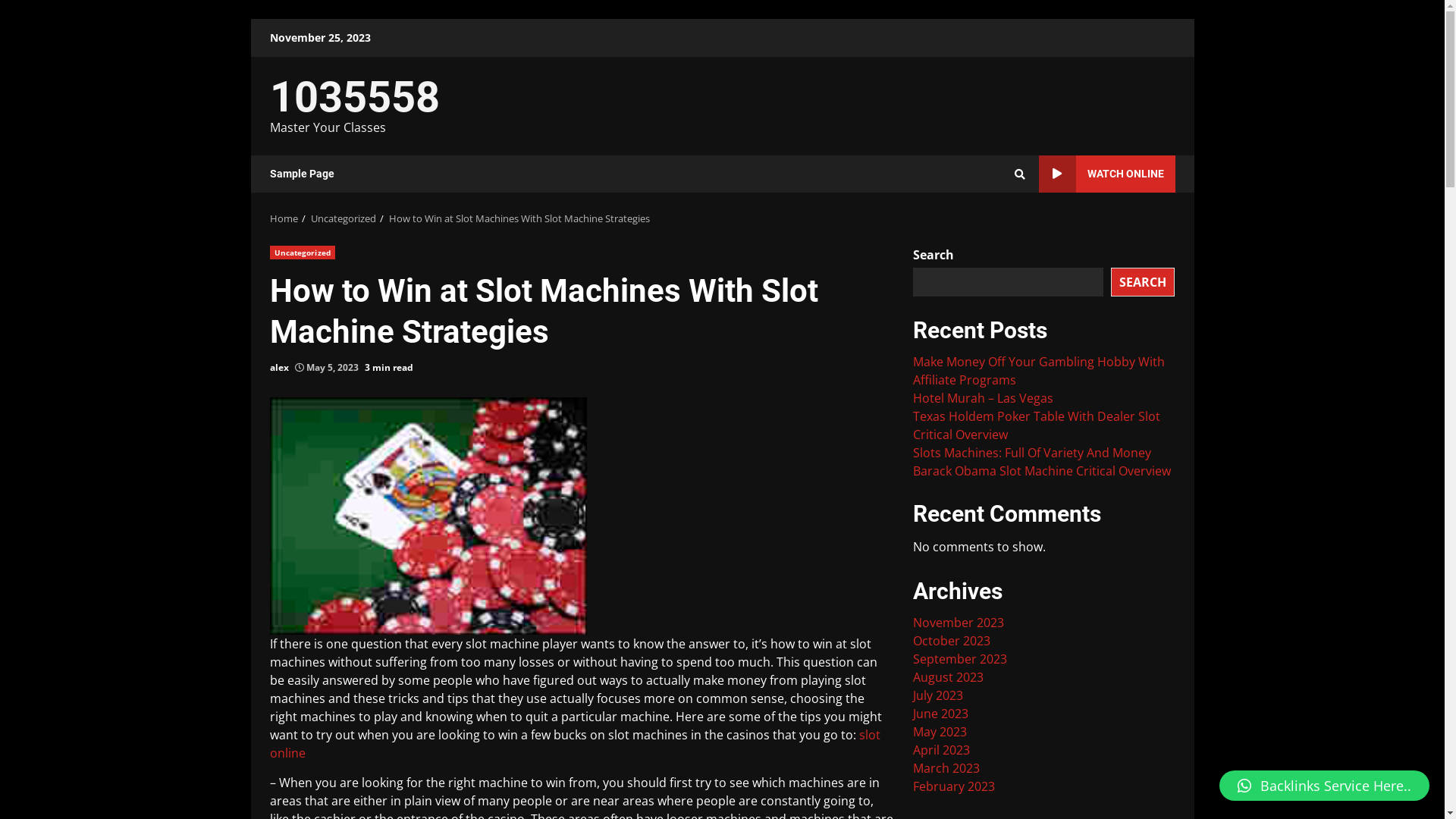 Image resolution: width=1456 pixels, height=819 pixels. What do you see at coordinates (946, 768) in the screenshot?
I see `'March 2023'` at bounding box center [946, 768].